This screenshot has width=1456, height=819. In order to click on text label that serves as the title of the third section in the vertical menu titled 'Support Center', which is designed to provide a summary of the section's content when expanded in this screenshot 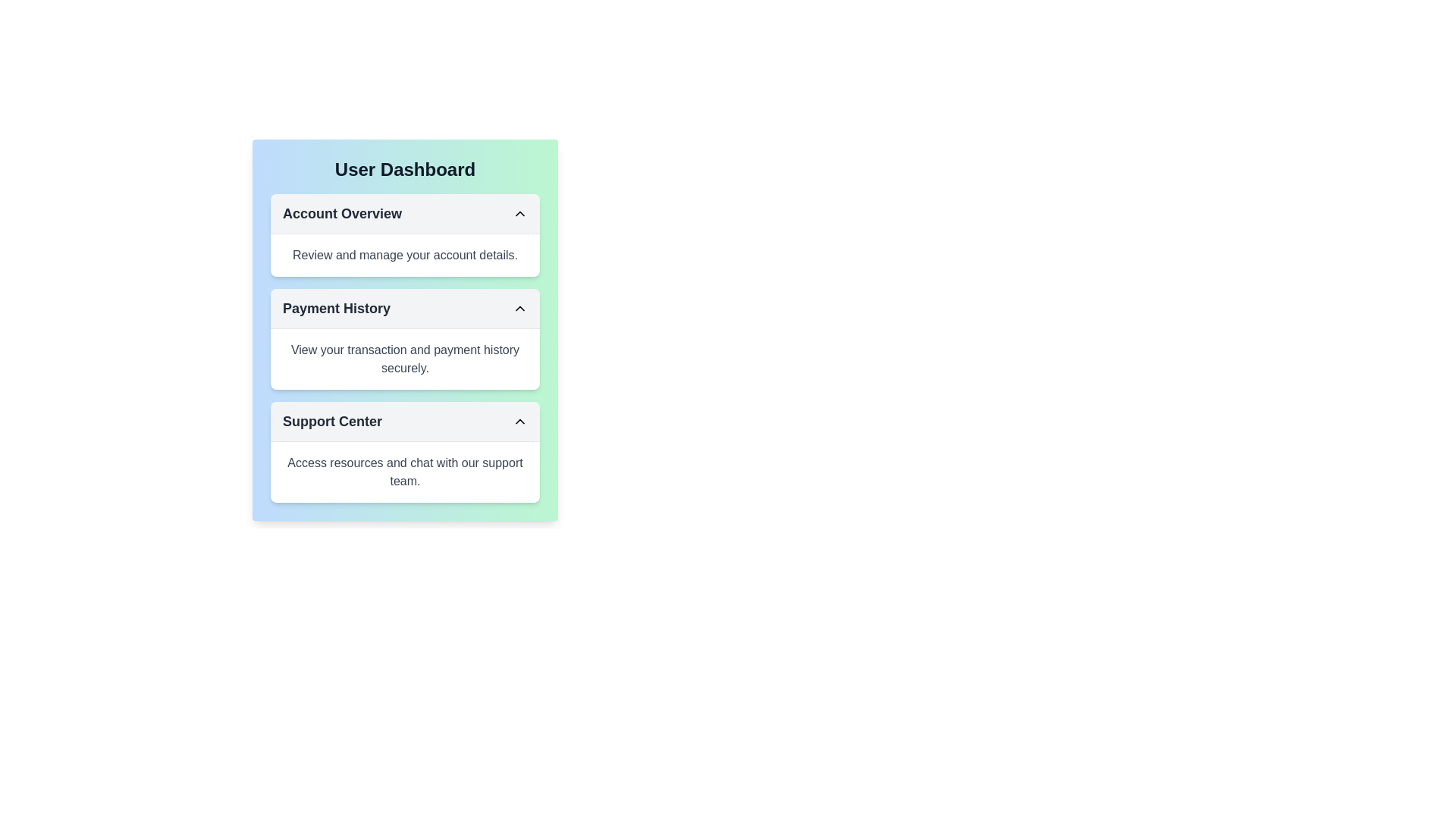, I will do `click(331, 421)`.